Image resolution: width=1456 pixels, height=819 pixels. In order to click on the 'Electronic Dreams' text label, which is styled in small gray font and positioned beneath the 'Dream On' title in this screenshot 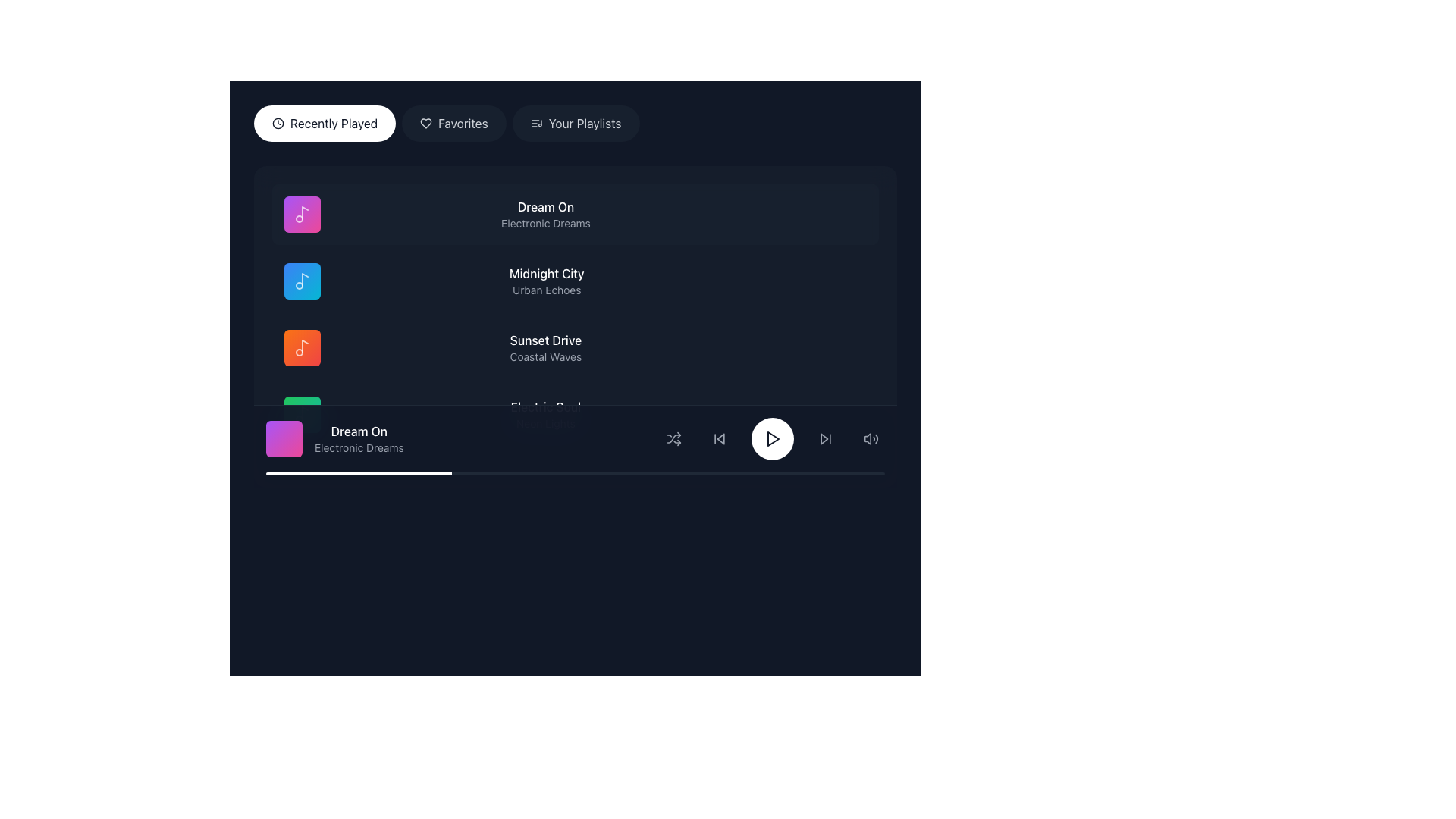, I will do `click(546, 223)`.